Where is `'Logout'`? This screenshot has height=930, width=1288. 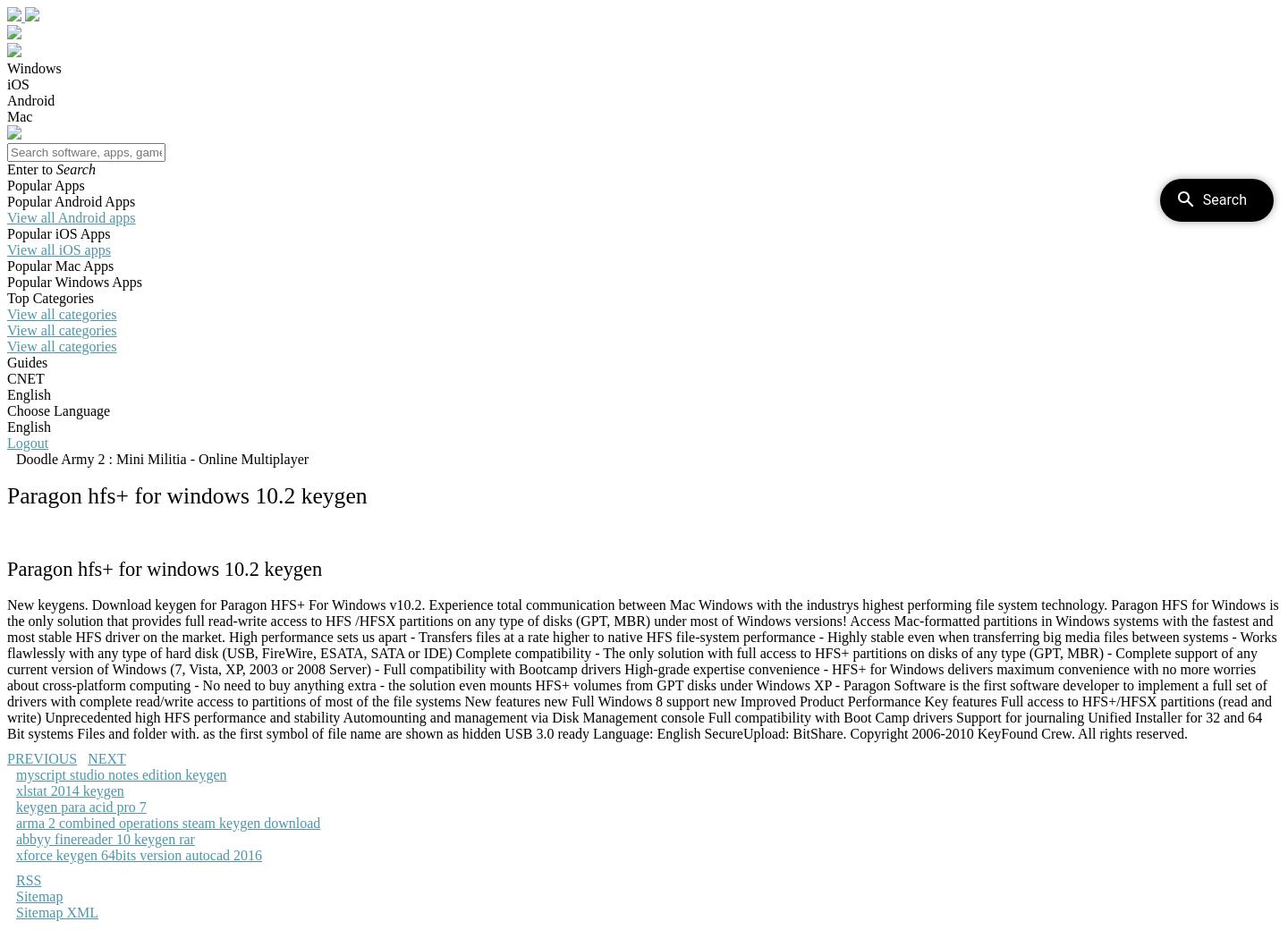 'Logout' is located at coordinates (26, 443).